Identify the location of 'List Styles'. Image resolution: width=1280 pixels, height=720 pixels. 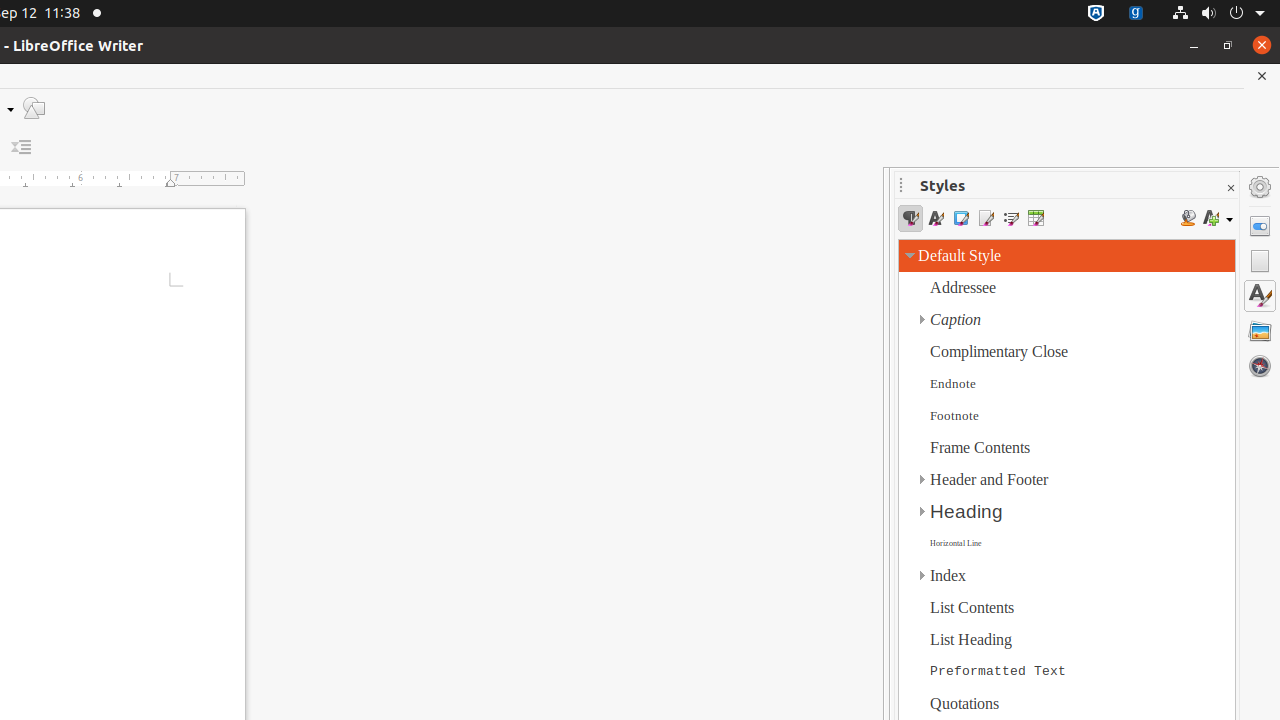
(1010, 218).